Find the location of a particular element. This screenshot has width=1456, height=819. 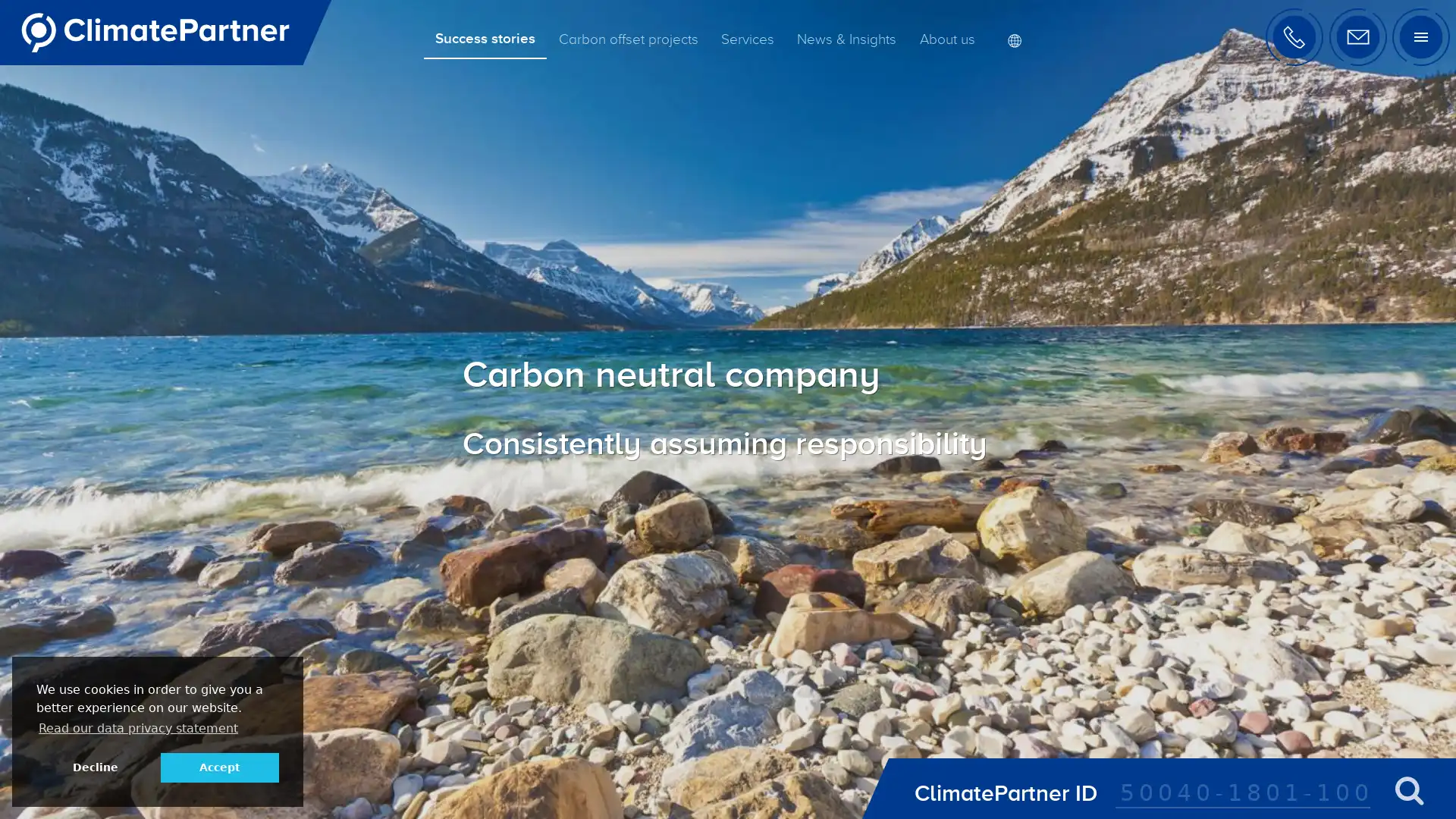

allow cookies is located at coordinates (218, 767).